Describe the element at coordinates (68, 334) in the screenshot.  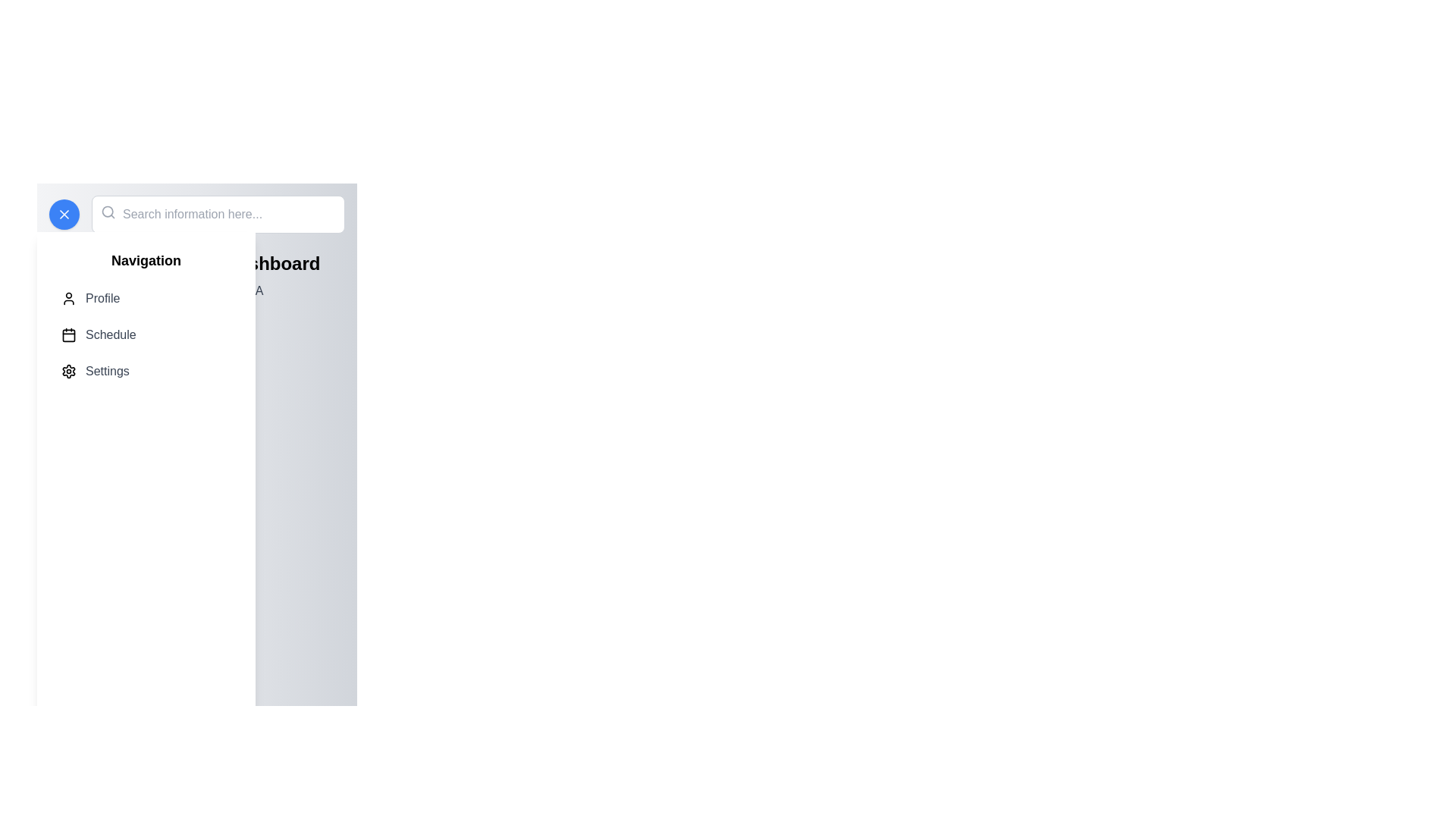
I see `the 'Schedule' SVG icon located to the left of the 'Schedule' text in the navigation menu` at that location.